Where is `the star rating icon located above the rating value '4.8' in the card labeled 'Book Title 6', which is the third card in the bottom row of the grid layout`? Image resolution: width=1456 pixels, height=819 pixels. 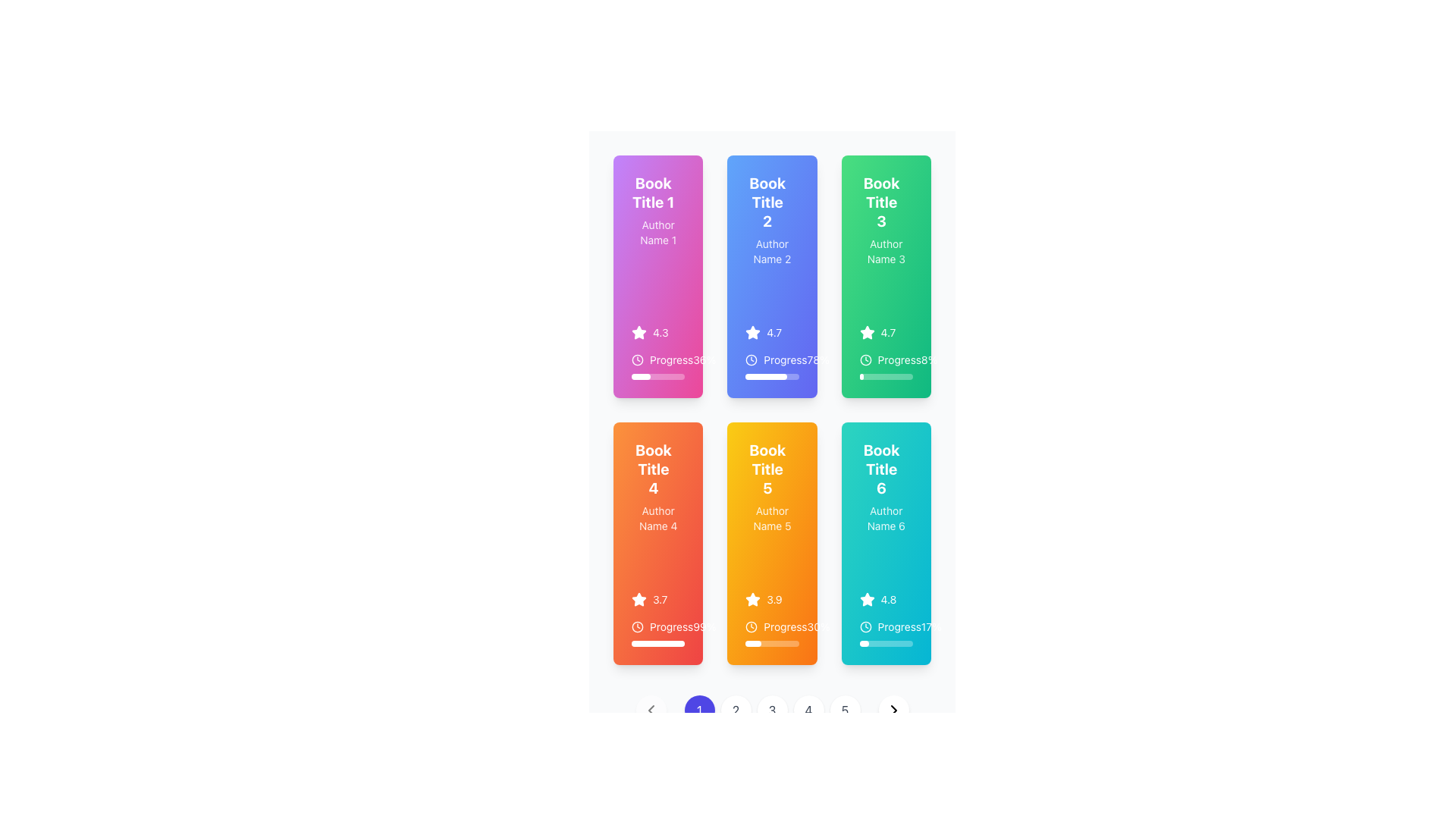 the star rating icon located above the rating value '4.8' in the card labeled 'Book Title 6', which is the third card in the bottom row of the grid layout is located at coordinates (867, 598).